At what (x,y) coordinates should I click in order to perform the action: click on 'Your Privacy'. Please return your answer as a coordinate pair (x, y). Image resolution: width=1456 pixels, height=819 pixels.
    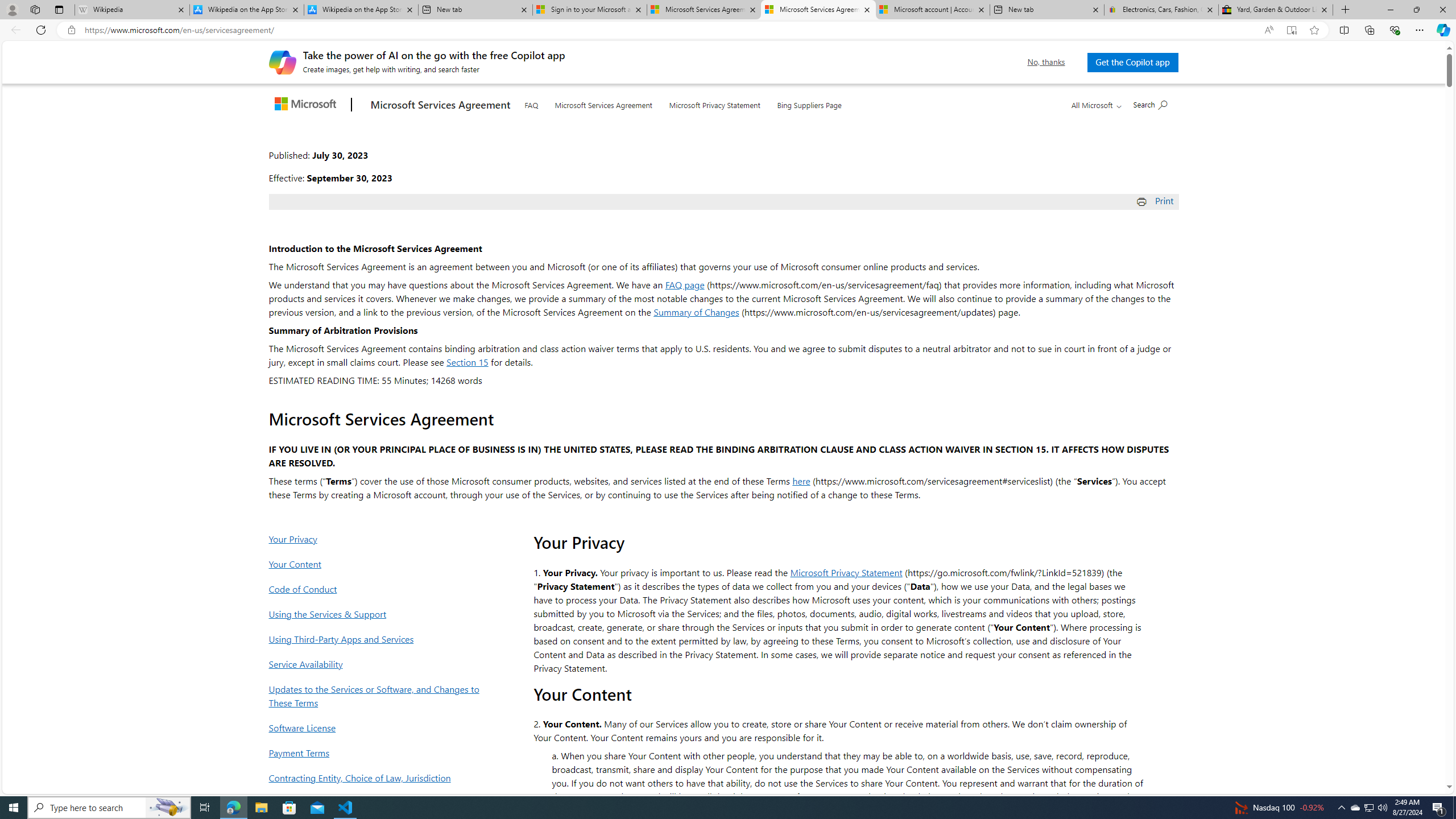
    Looking at the image, I should click on (377, 538).